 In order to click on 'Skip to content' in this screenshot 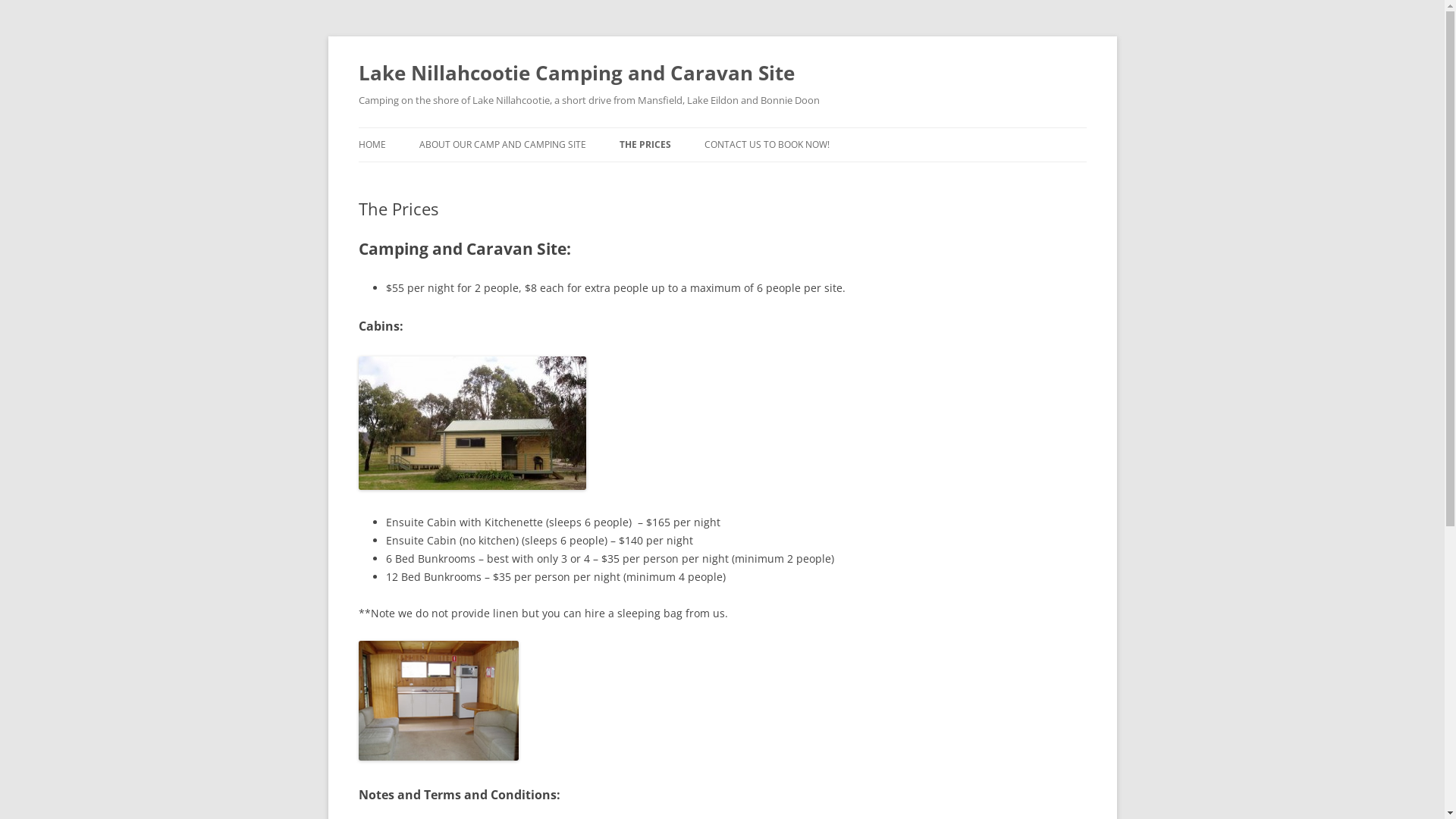, I will do `click(721, 127)`.